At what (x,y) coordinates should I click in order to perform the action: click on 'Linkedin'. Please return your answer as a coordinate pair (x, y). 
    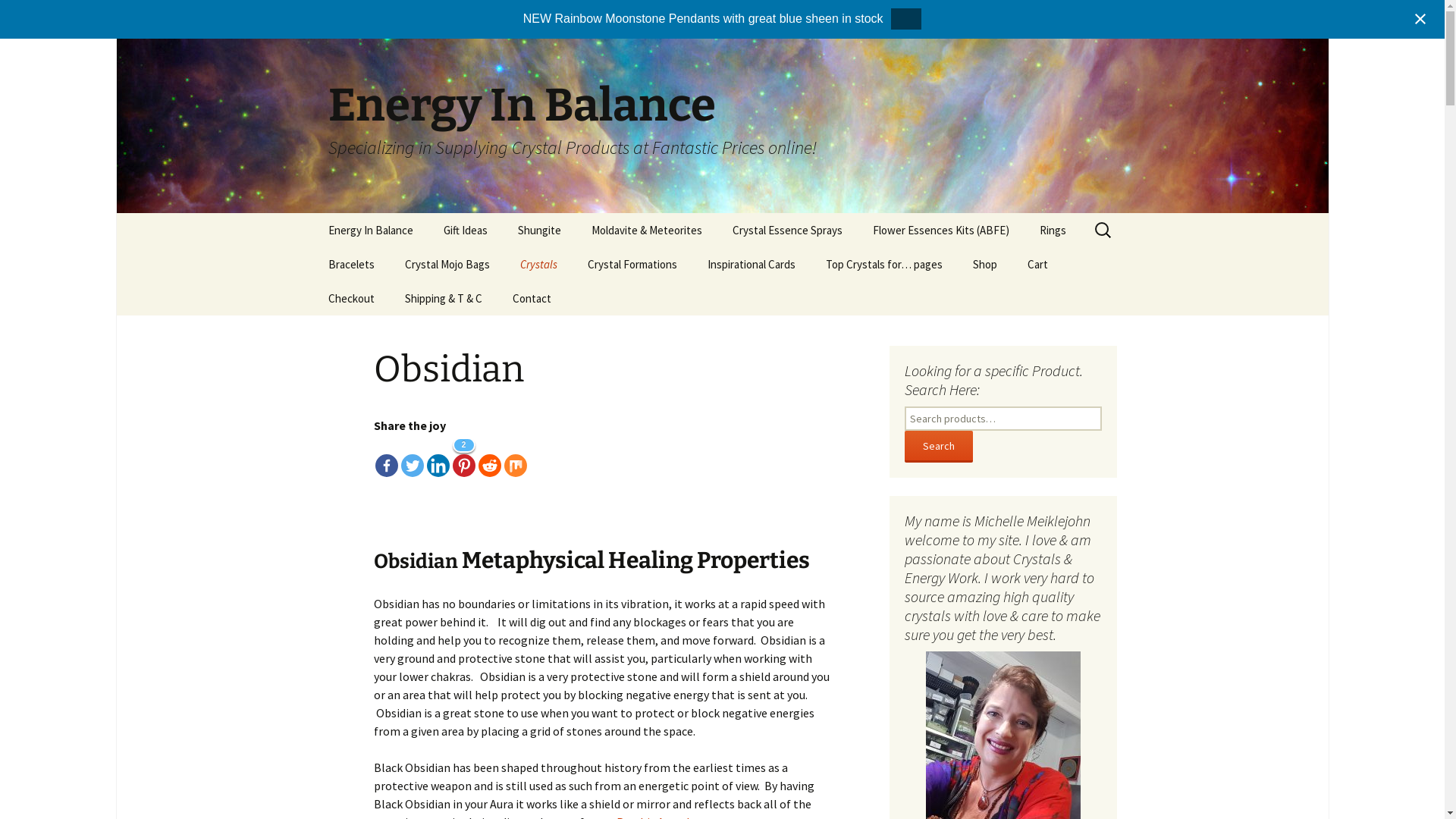
    Looking at the image, I should click on (436, 455).